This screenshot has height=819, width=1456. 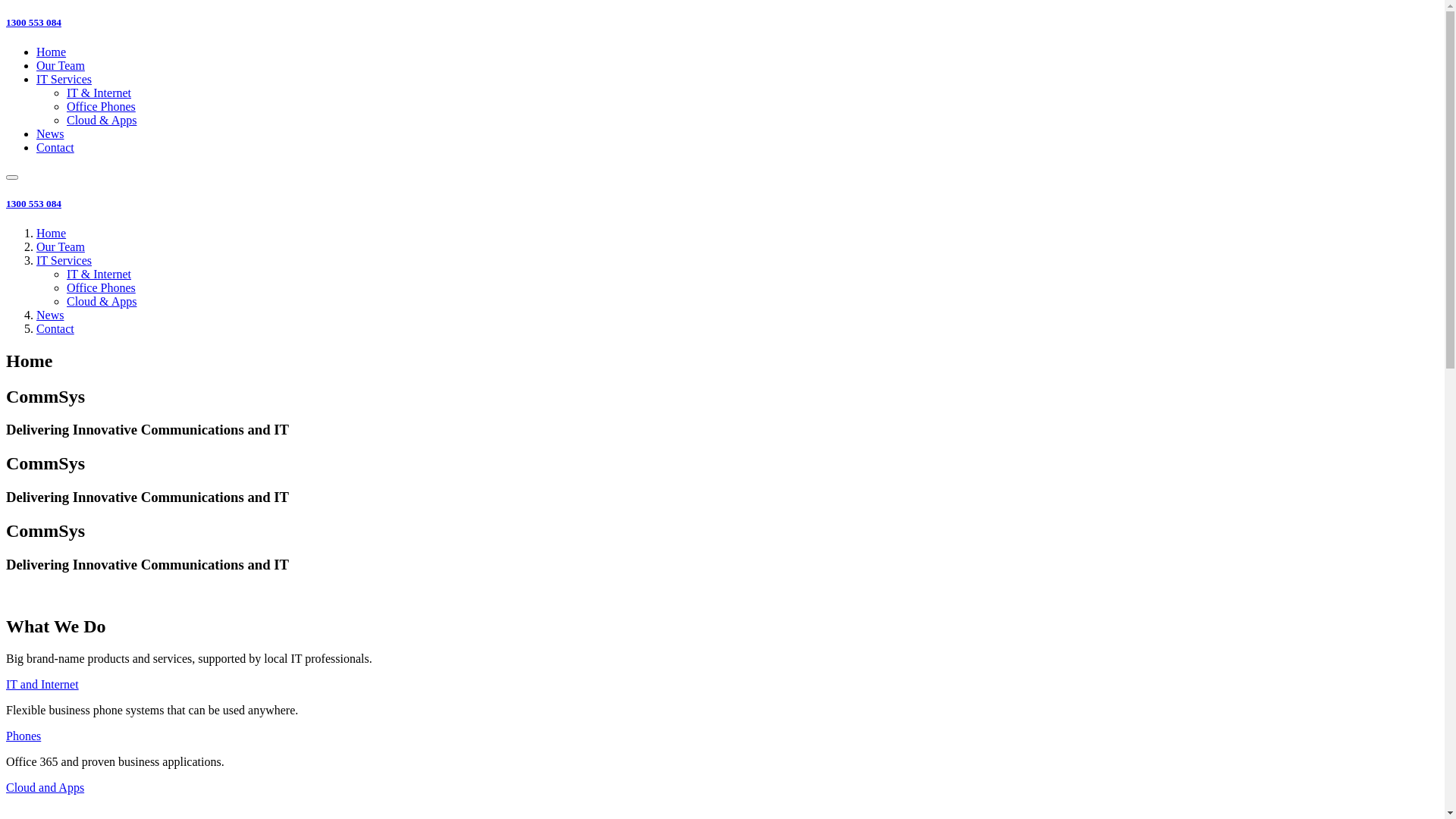 I want to click on 'Phones', so click(x=23, y=735).